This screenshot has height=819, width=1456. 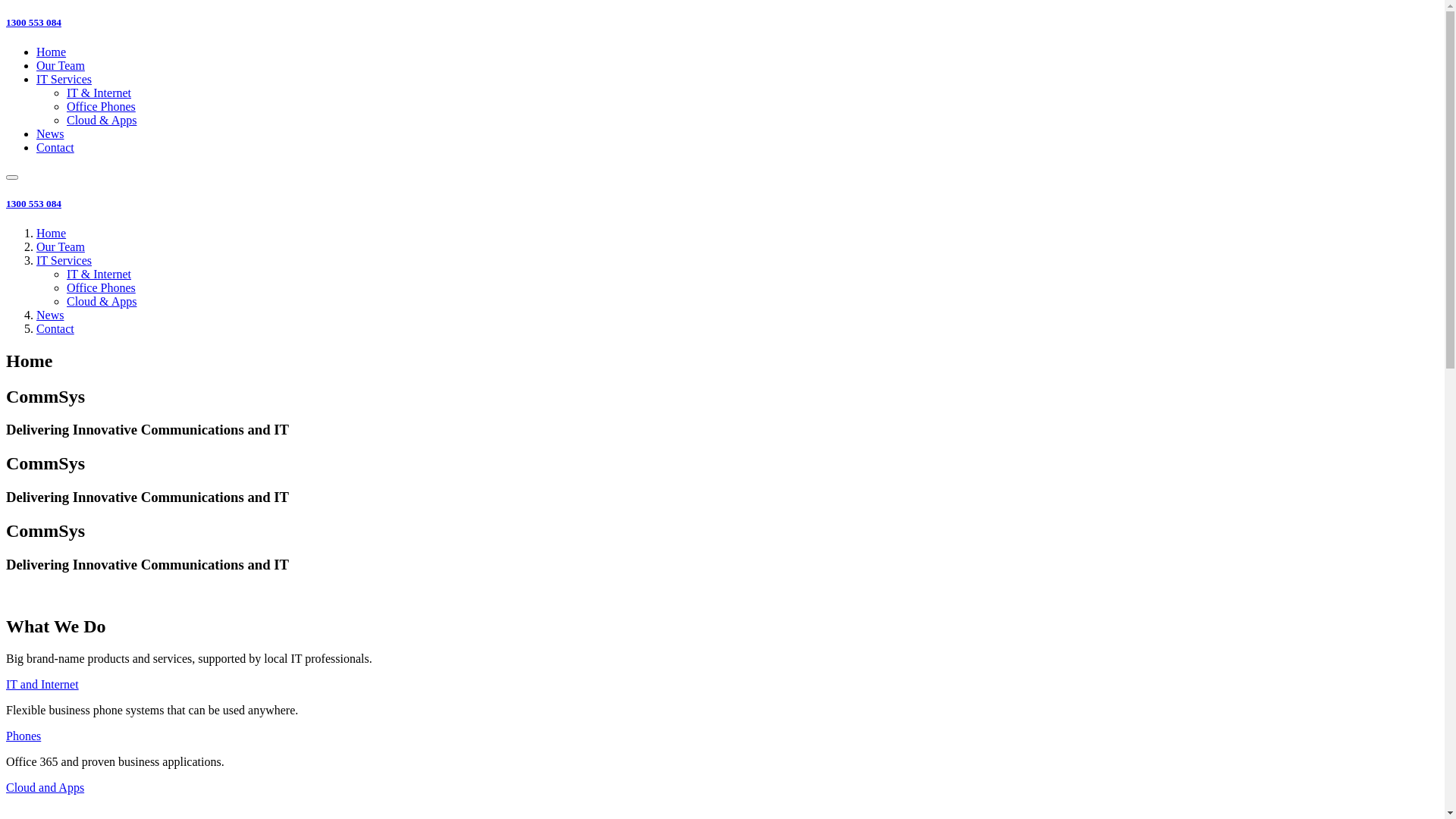 I want to click on 'Phones', so click(x=23, y=735).